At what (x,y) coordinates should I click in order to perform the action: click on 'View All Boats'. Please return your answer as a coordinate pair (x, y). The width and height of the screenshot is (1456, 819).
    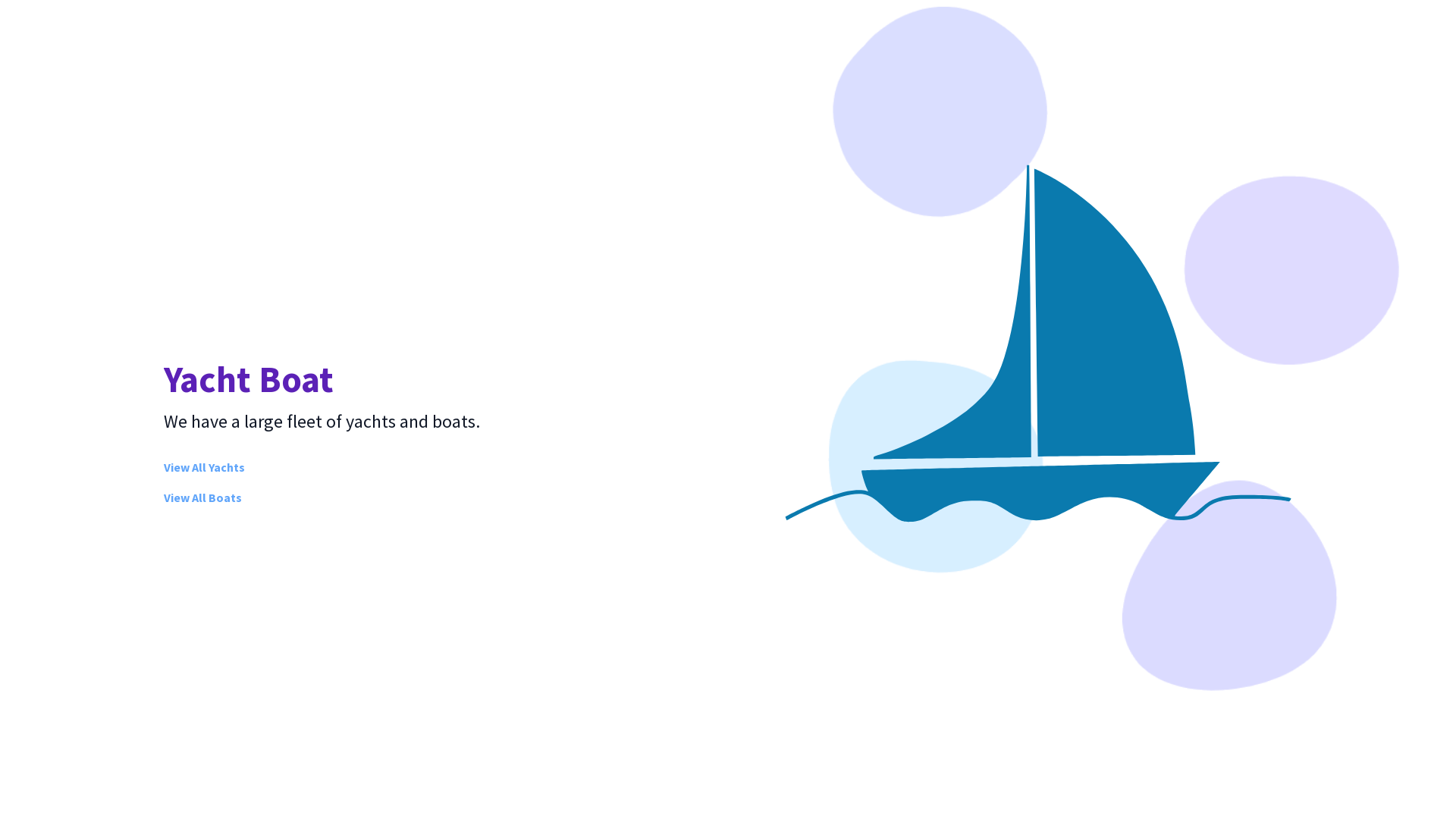
    Looking at the image, I should click on (202, 497).